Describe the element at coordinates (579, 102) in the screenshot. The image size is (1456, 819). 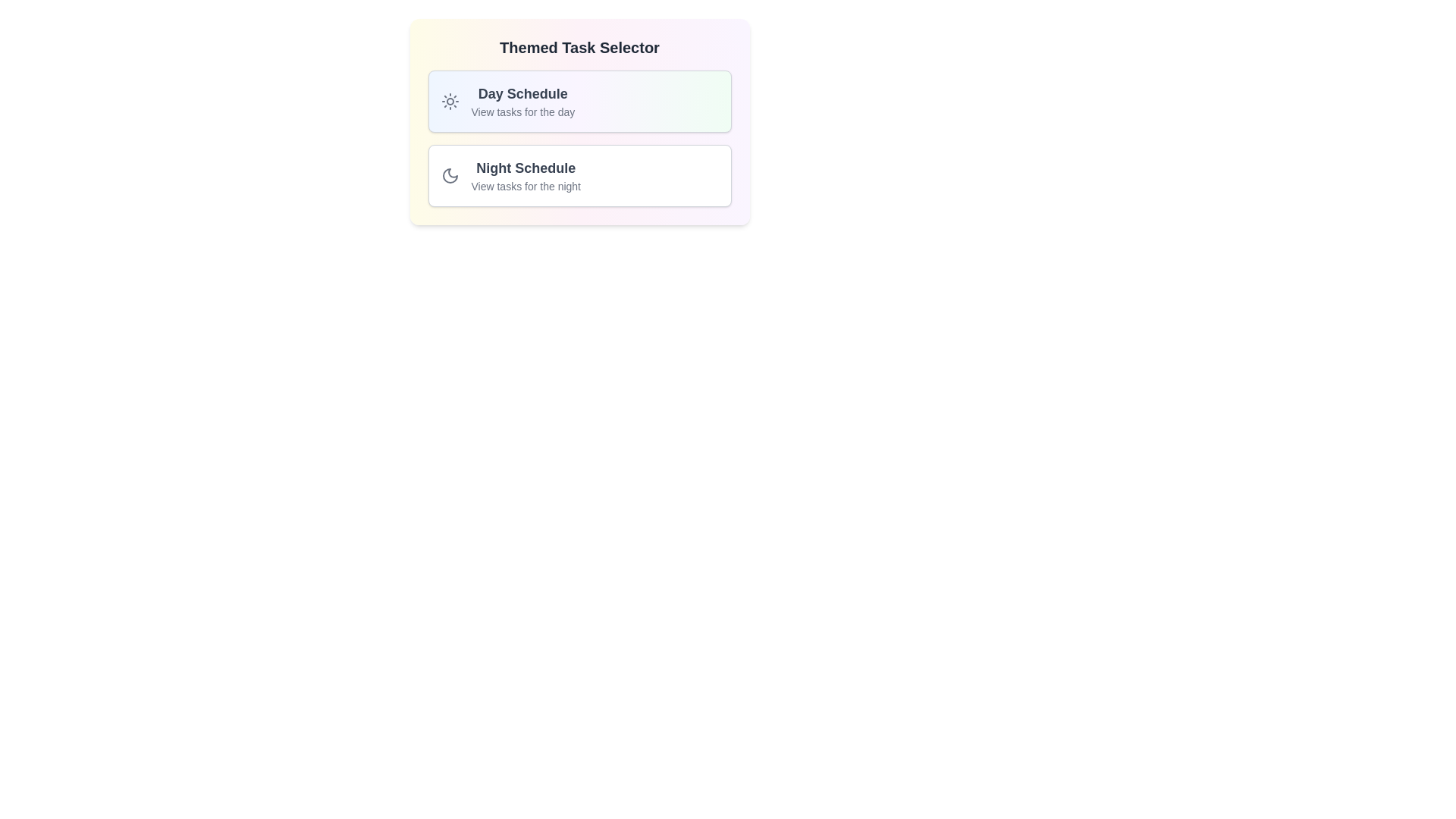
I see `the item Day Schedule to observe the visual effect` at that location.